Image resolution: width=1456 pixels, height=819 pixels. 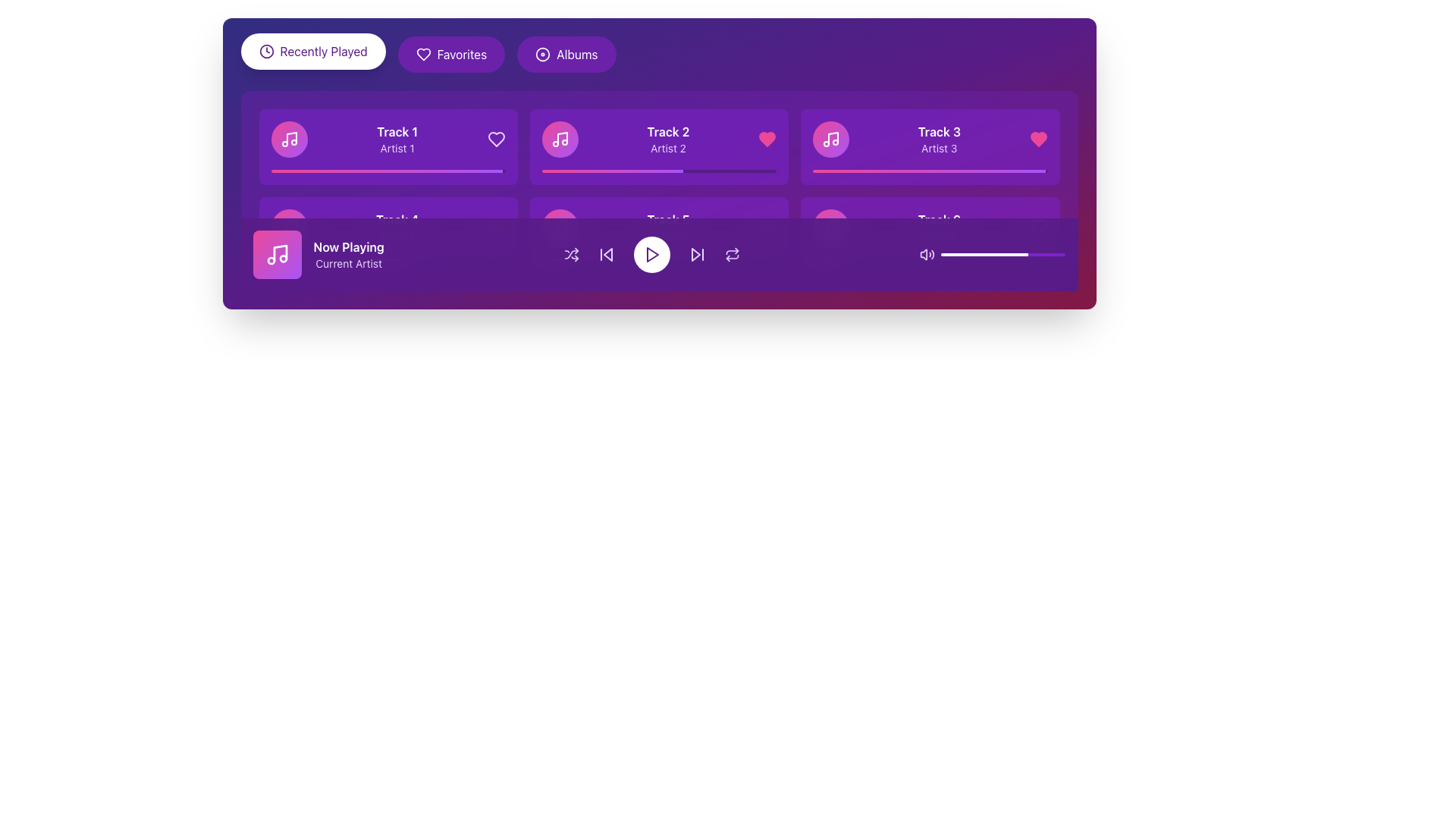 What do you see at coordinates (576, 54) in the screenshot?
I see `the 'Albums' text label located within the top navigation area, positioned between 'Favorites' and other navigation elements` at bounding box center [576, 54].